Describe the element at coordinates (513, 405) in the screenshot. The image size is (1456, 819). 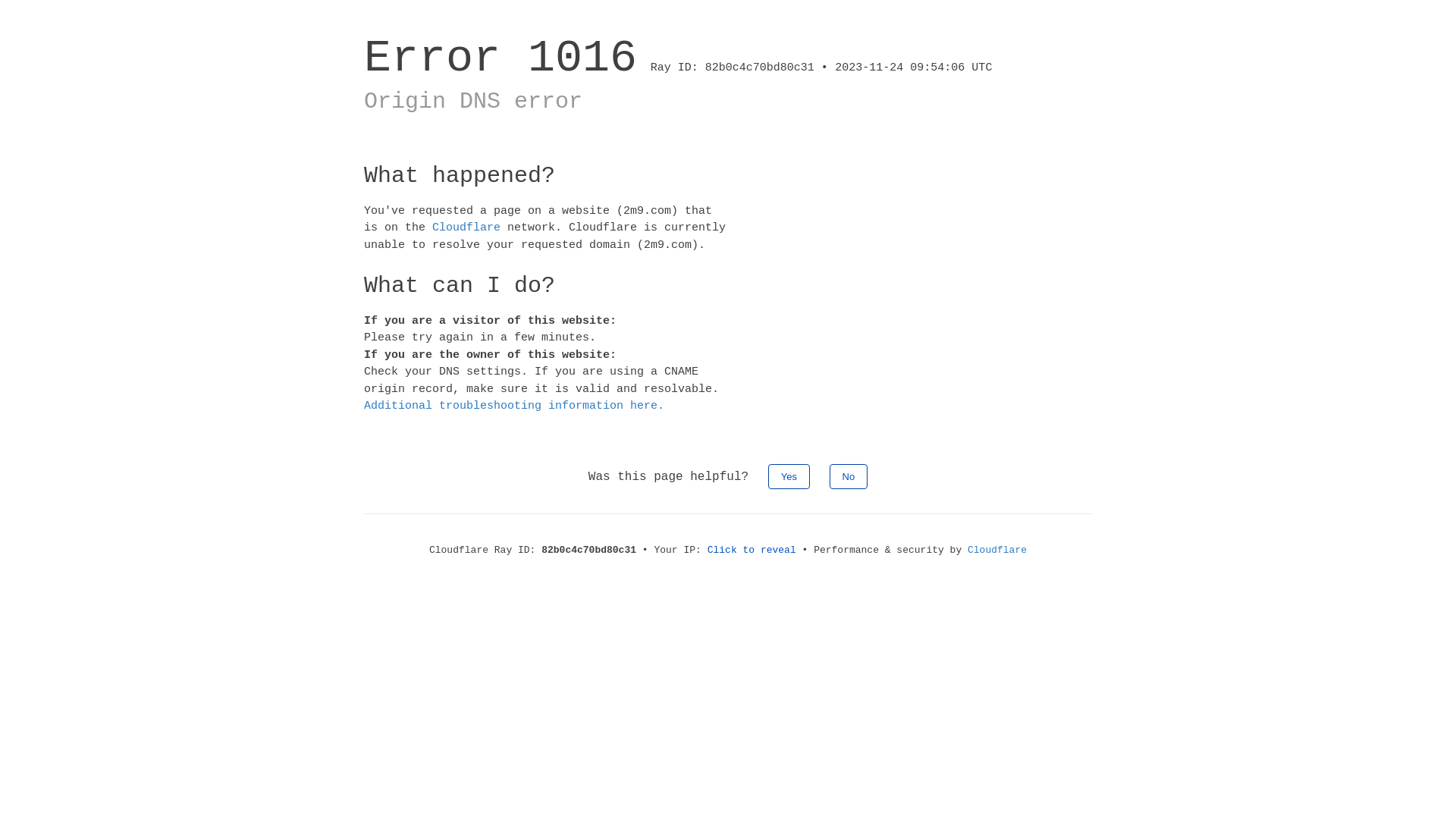
I see `'Additional troubleshooting information here.'` at that location.